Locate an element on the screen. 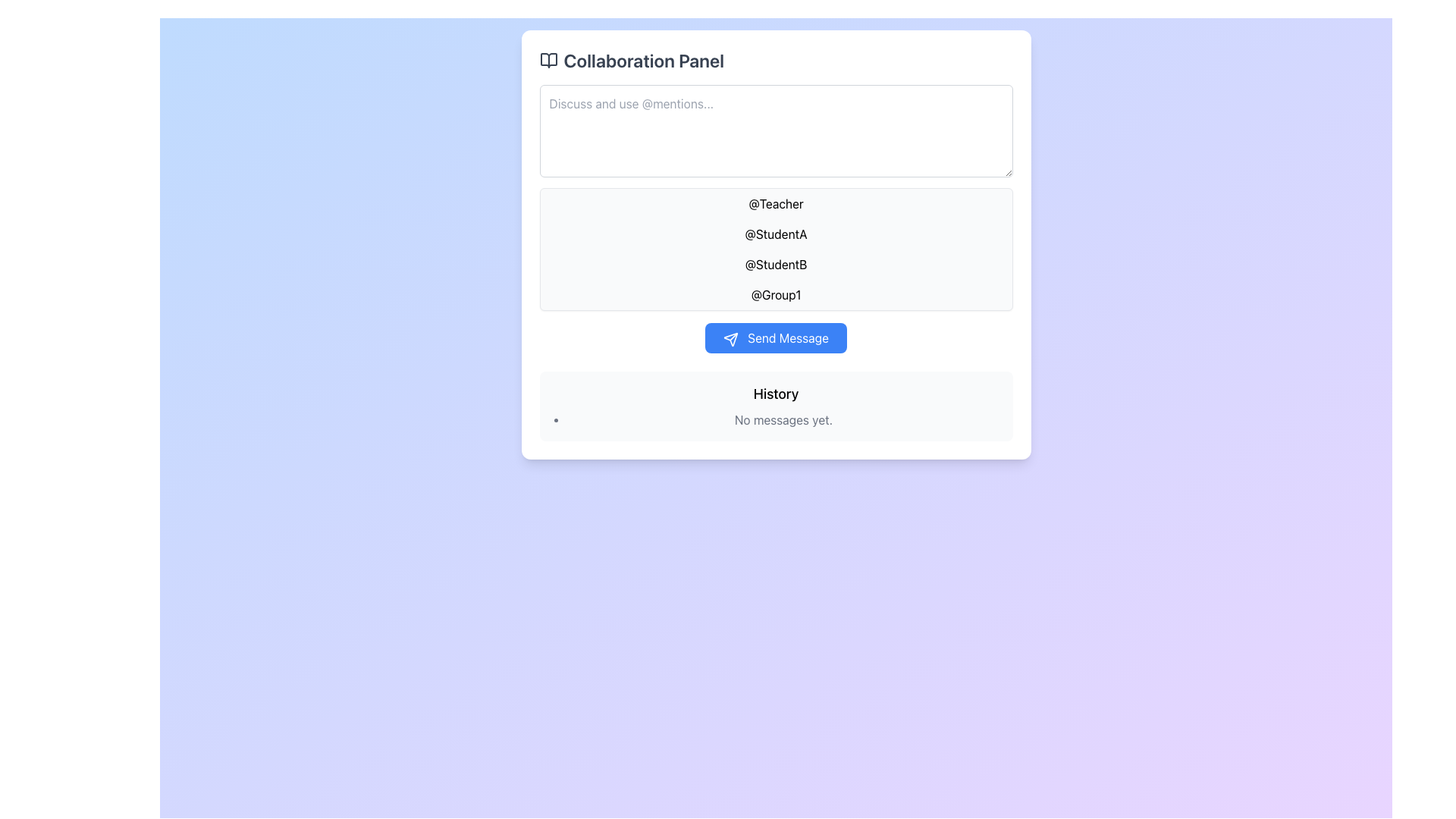  the details of the send message icon located on the left side of the 'Send Message' button at the bottom of the panel is located at coordinates (731, 338).